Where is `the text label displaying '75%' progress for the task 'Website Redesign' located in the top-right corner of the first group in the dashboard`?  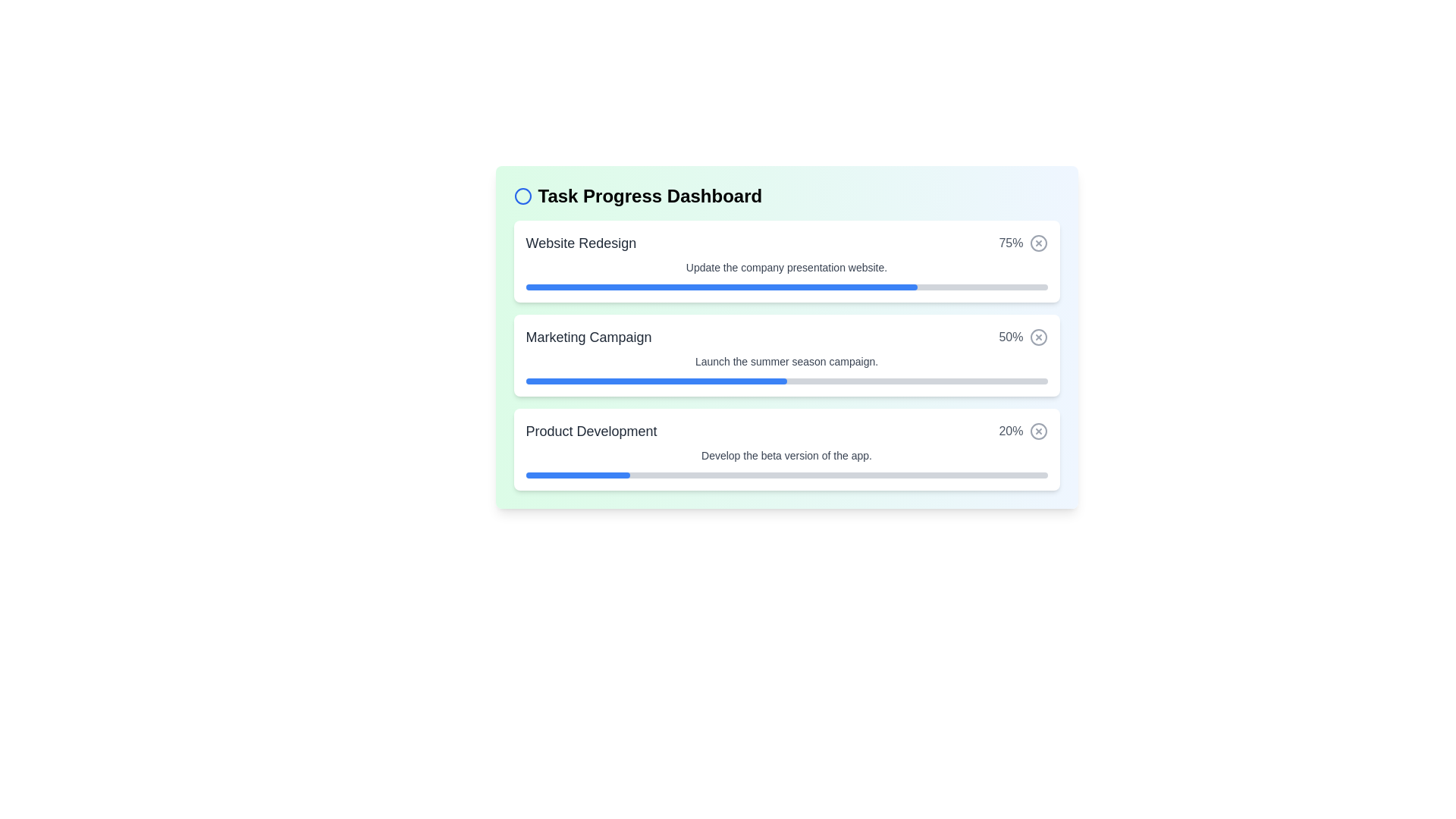
the text label displaying '75%' progress for the task 'Website Redesign' located in the top-right corner of the first group in the dashboard is located at coordinates (1023, 242).